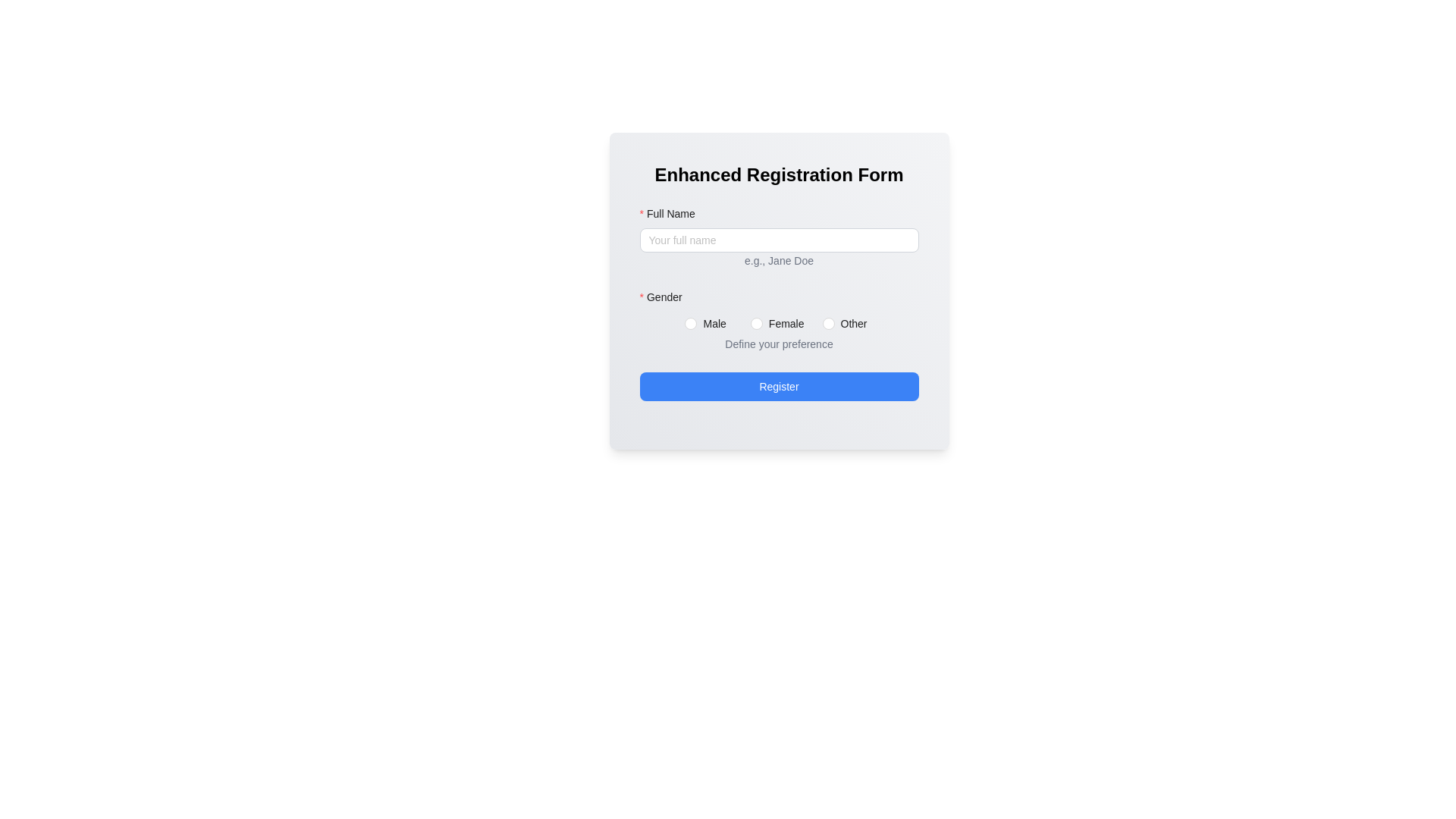 The height and width of the screenshot is (819, 1456). I want to click on the 'Female' radio button or its associated label in the gender selection input of the Enhanced Registration Form, so click(780, 323).